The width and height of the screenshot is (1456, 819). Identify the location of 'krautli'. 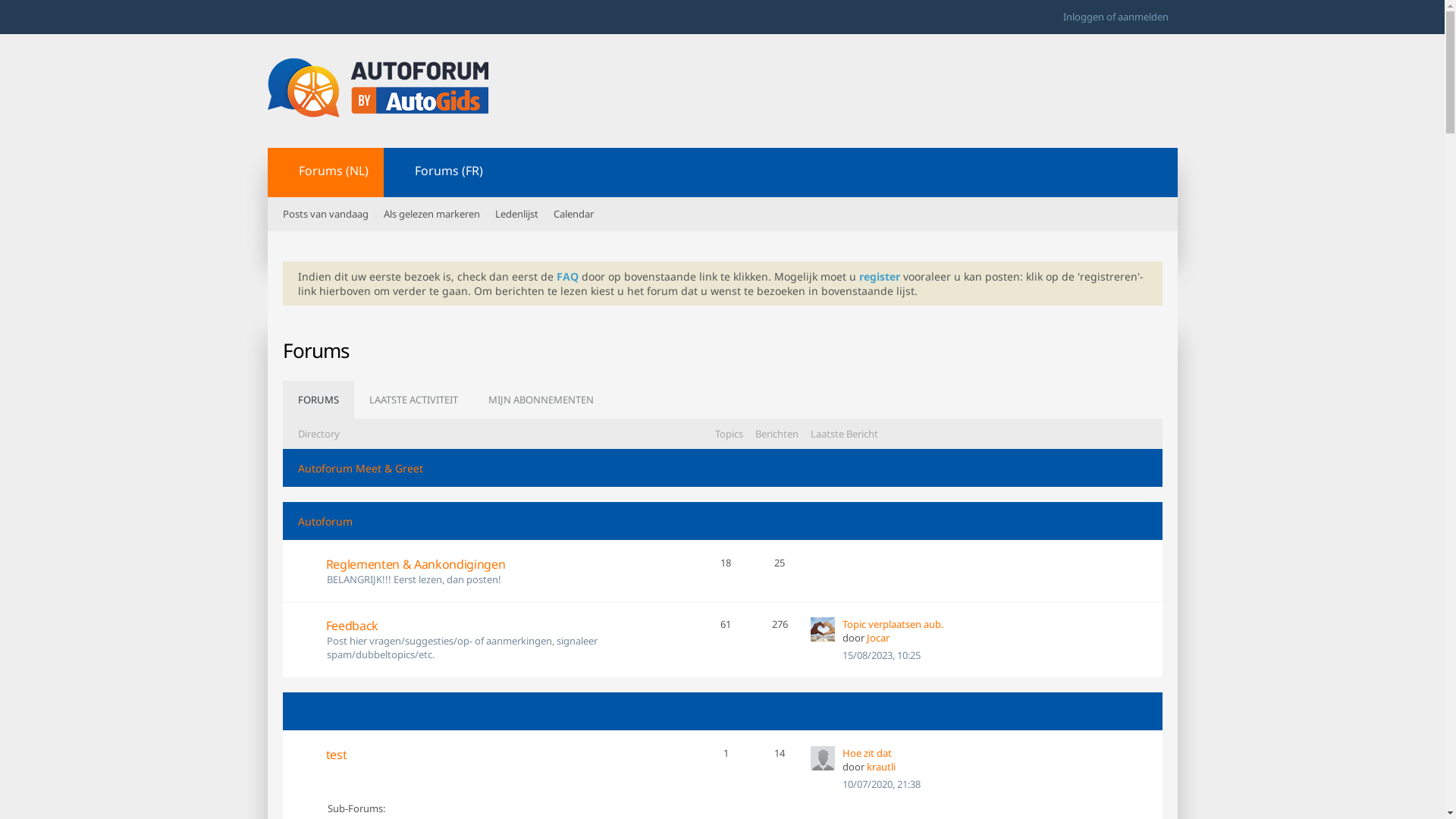
(821, 758).